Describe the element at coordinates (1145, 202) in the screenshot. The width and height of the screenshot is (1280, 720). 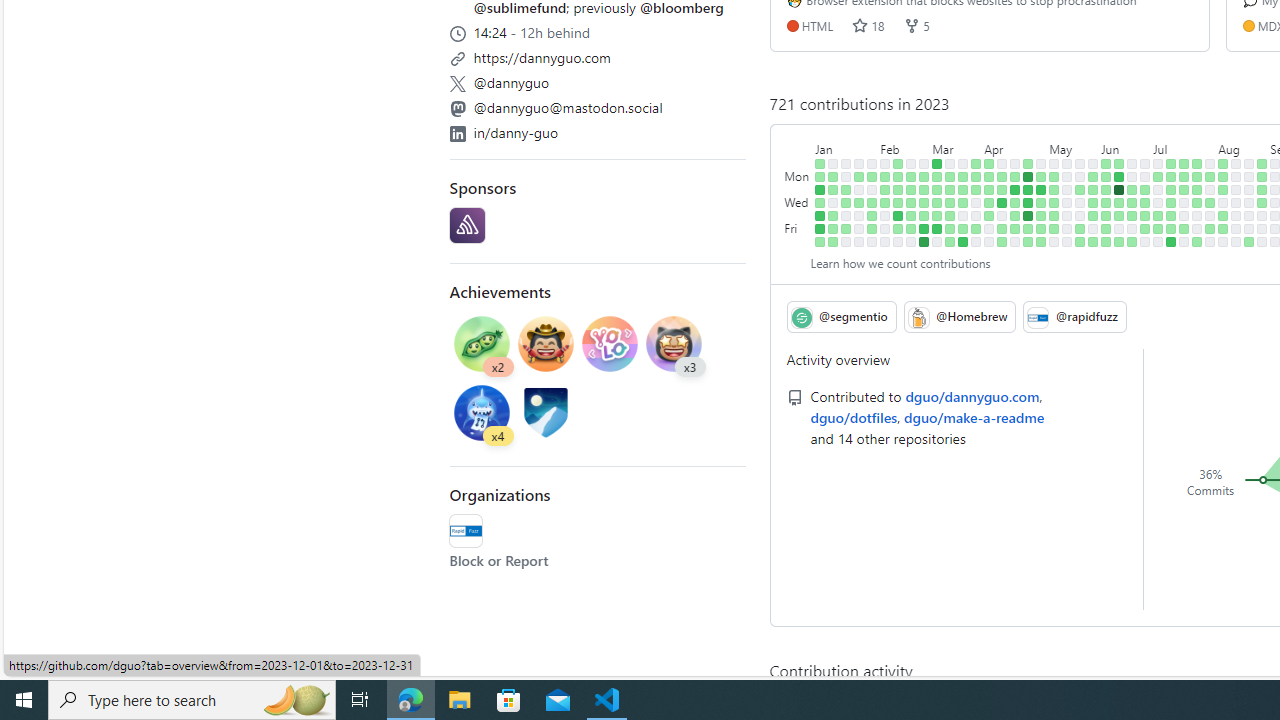
I see `'1 contribution on June 28th.'` at that location.